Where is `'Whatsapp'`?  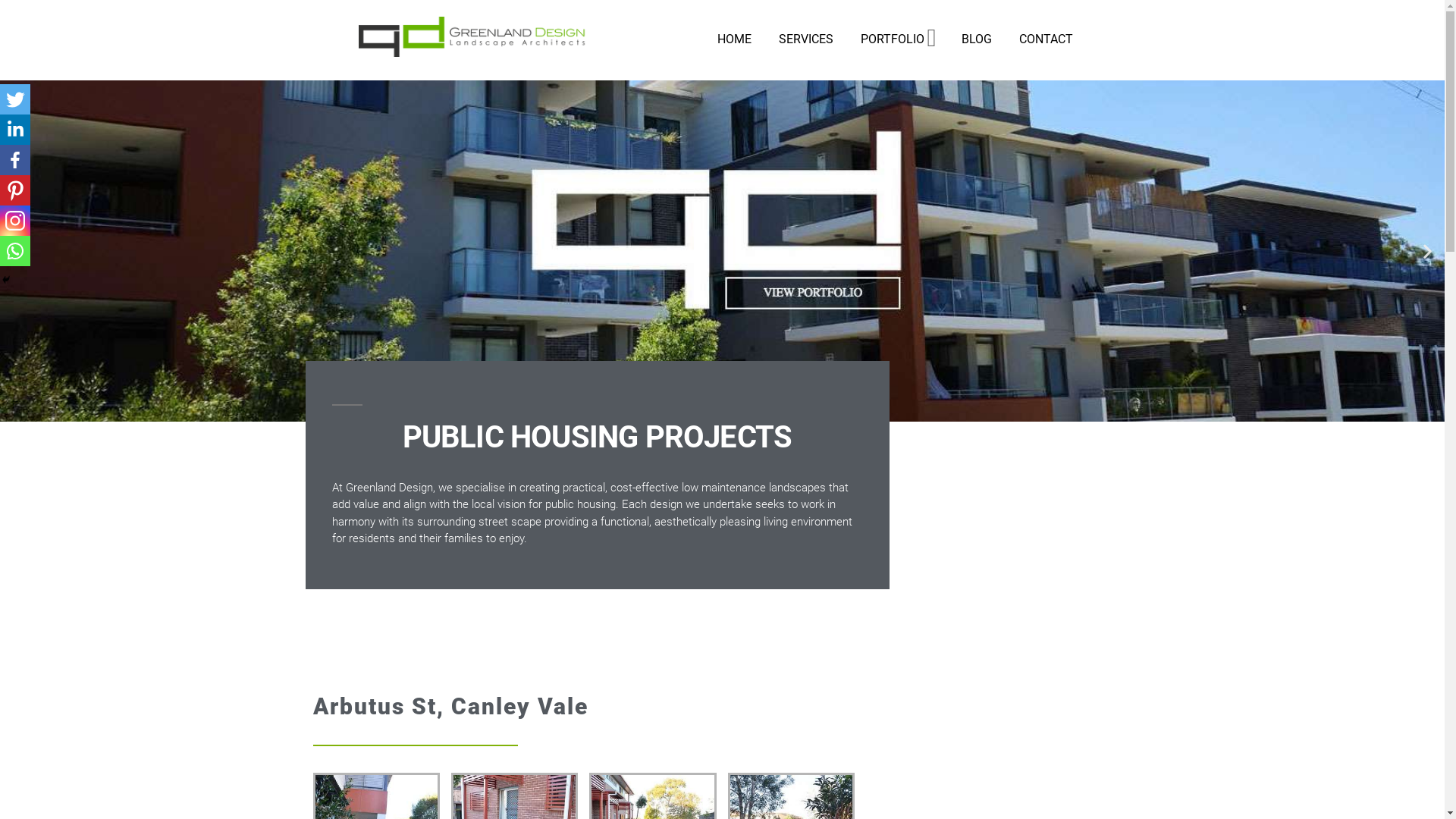 'Whatsapp' is located at coordinates (14, 250).